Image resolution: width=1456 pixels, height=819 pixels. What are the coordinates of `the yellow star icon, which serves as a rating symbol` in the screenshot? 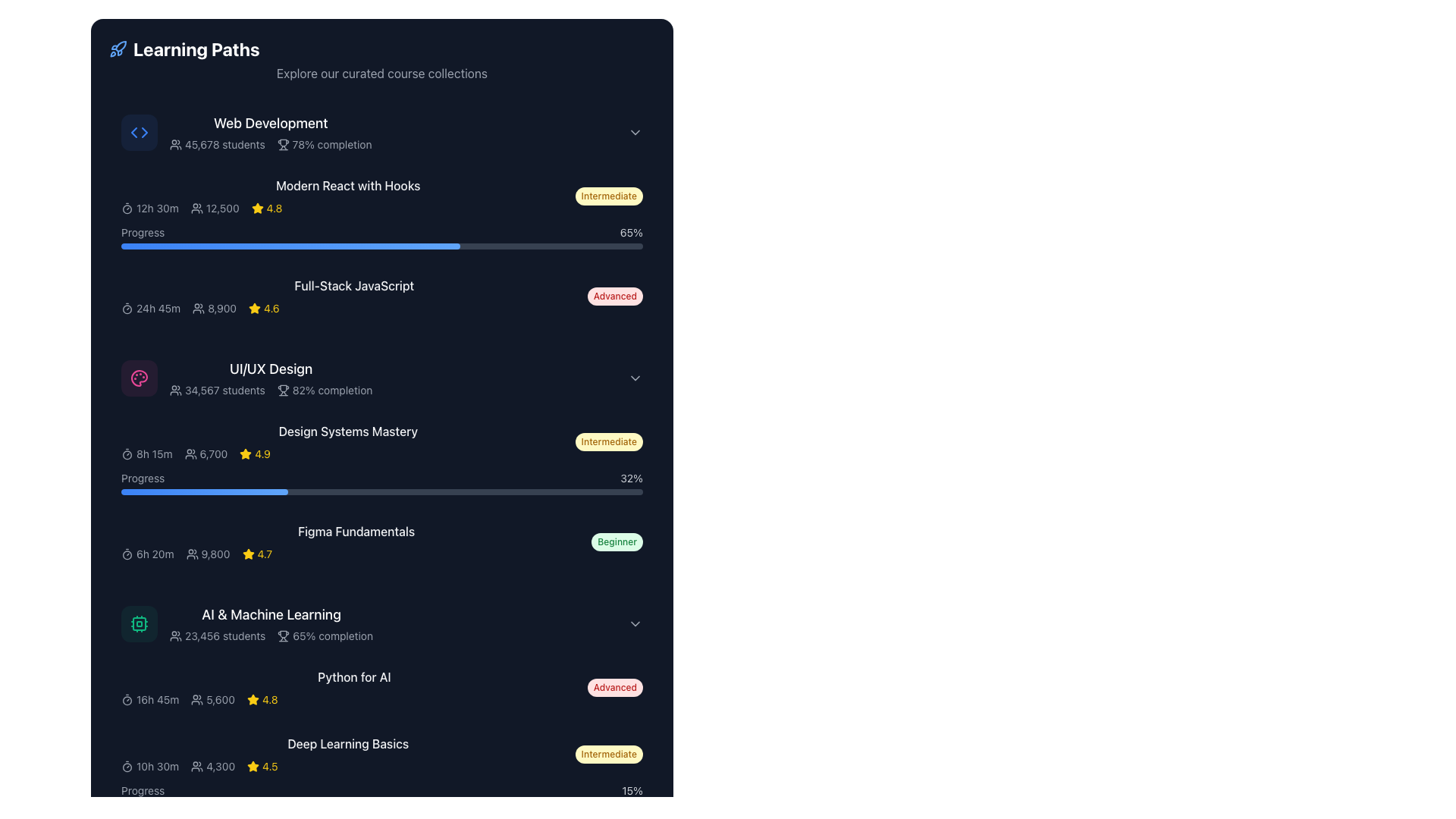 It's located at (248, 554).